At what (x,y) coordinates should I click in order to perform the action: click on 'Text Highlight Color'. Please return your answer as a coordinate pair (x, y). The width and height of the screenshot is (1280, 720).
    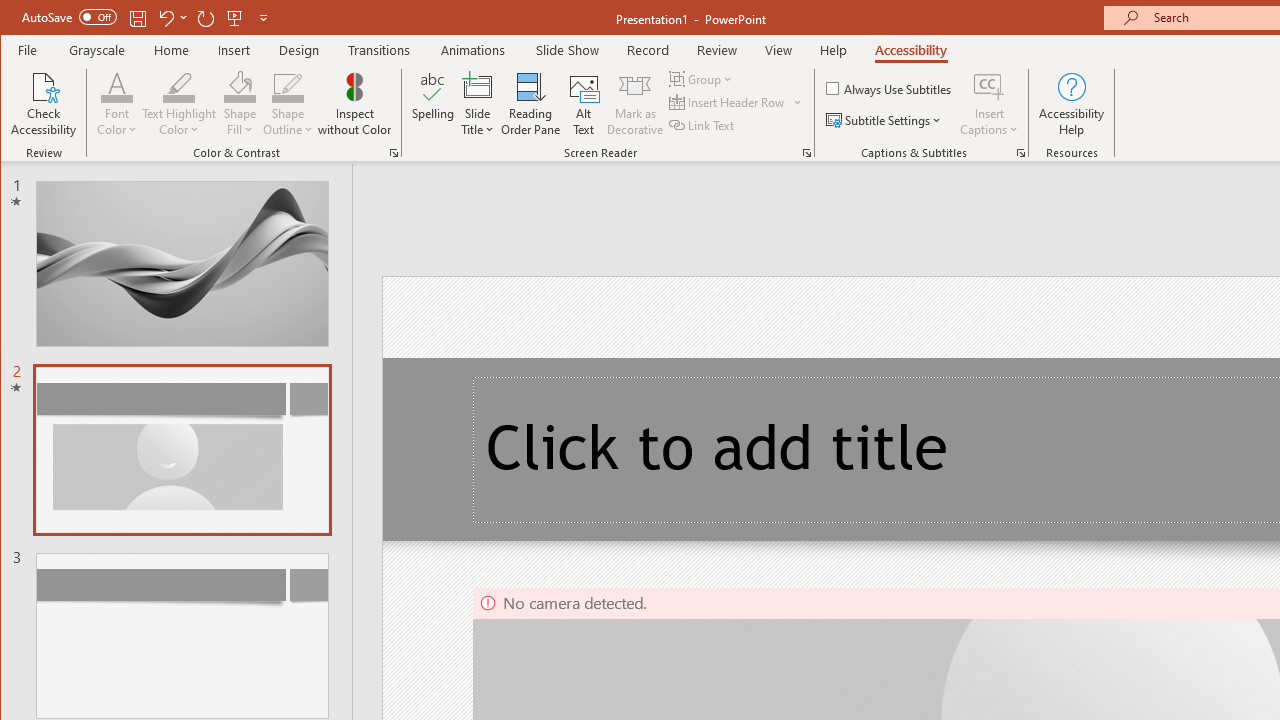
    Looking at the image, I should click on (179, 104).